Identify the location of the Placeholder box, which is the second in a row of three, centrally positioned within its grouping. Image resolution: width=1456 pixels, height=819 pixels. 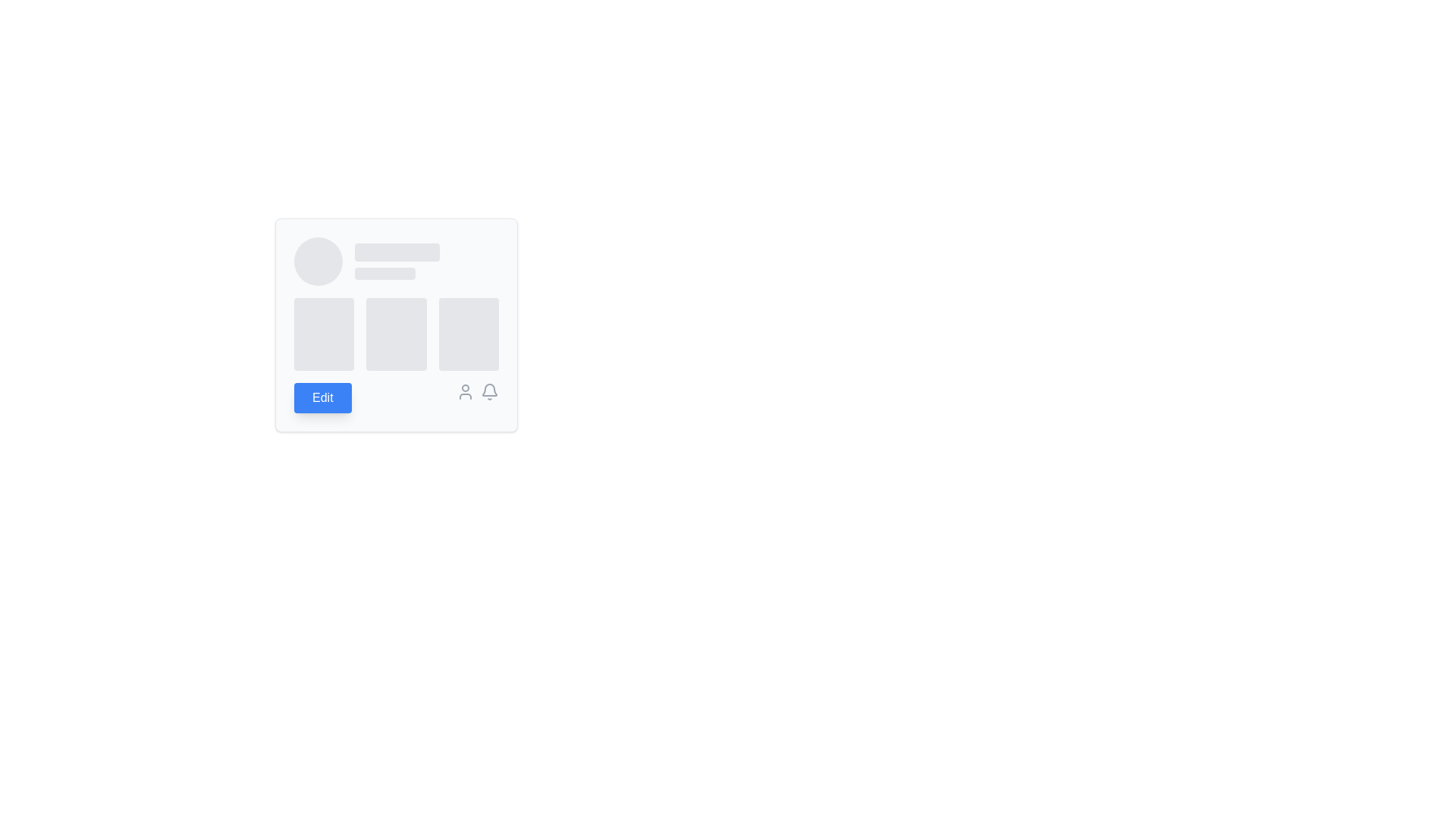
(397, 333).